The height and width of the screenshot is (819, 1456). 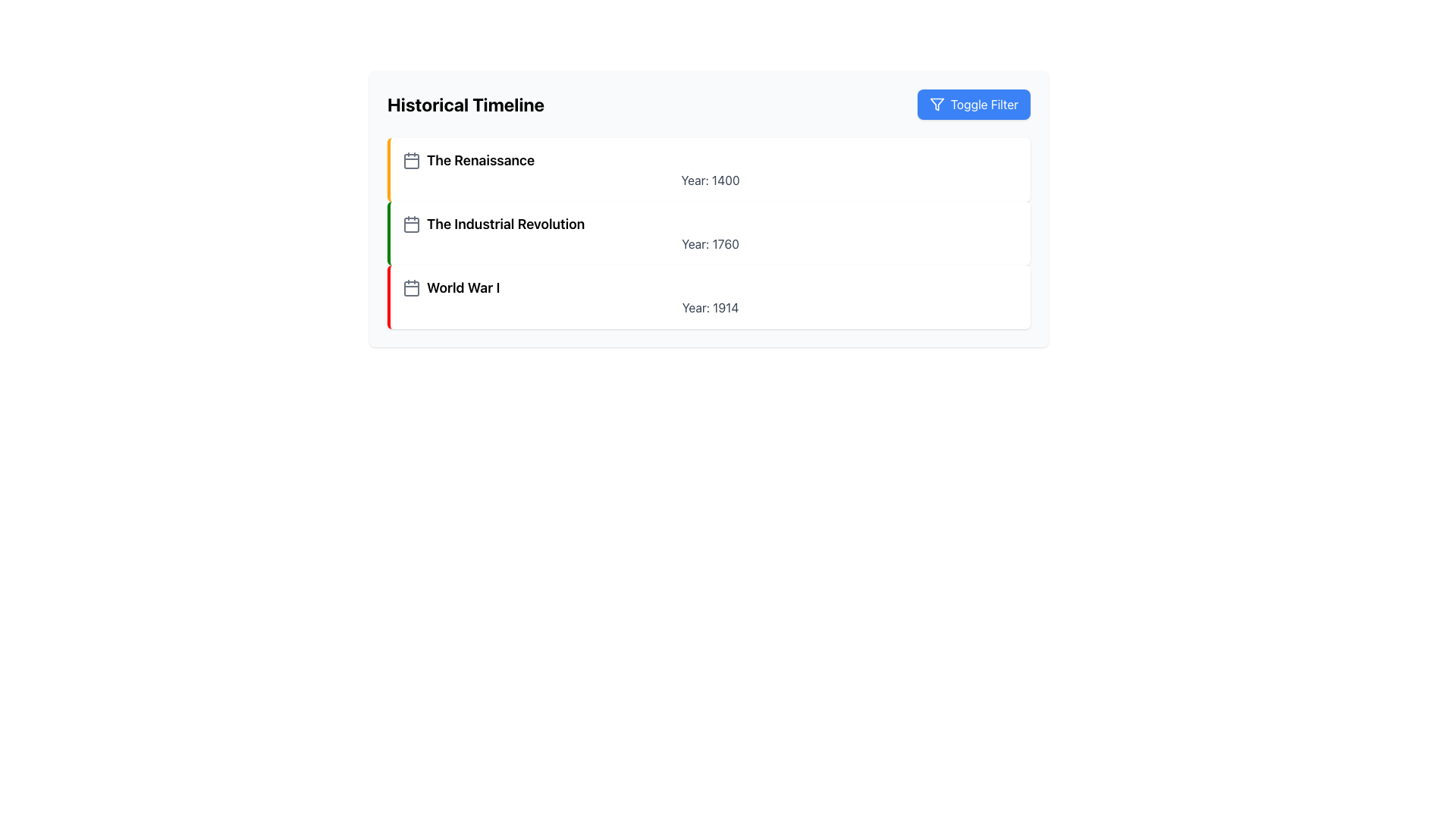 I want to click on the calendar icon representing date or time-related information associated with 'The Renaissance', located at the beginning of the row, so click(x=411, y=161).